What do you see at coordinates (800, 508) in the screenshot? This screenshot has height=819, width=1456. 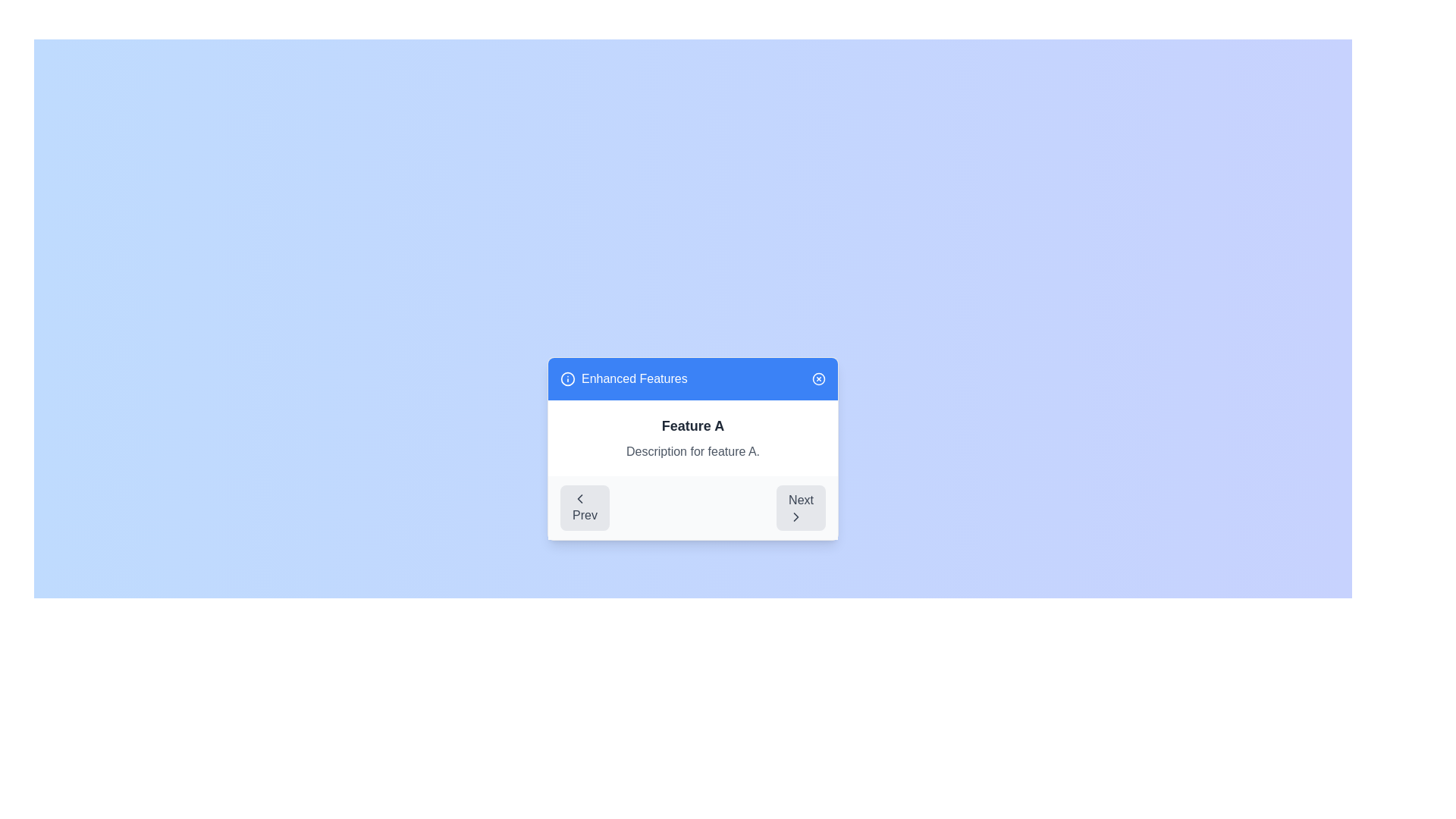 I see `the 'Next' button with a light gray background and bold dark gray text` at bounding box center [800, 508].